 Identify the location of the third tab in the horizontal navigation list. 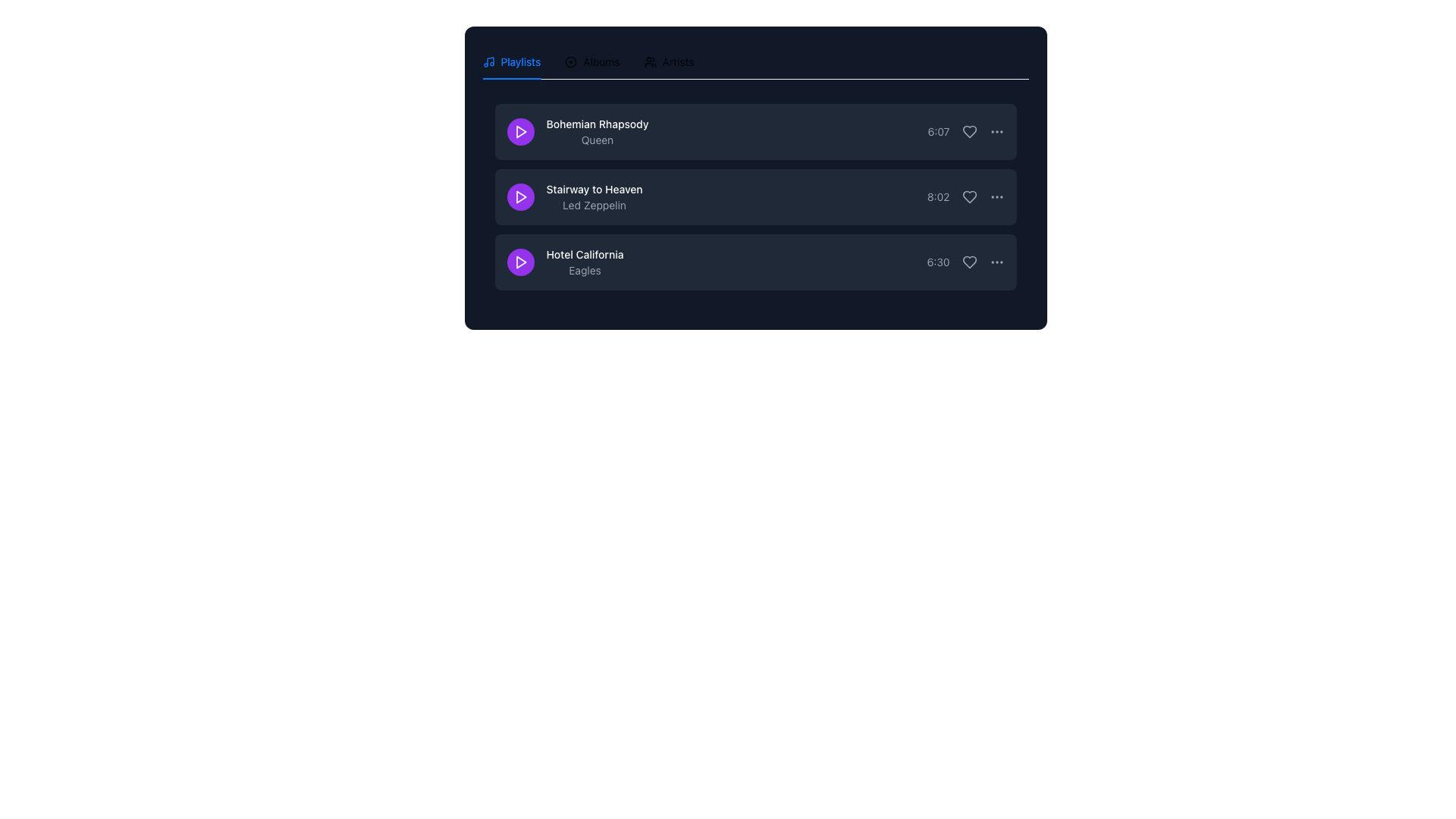
(668, 61).